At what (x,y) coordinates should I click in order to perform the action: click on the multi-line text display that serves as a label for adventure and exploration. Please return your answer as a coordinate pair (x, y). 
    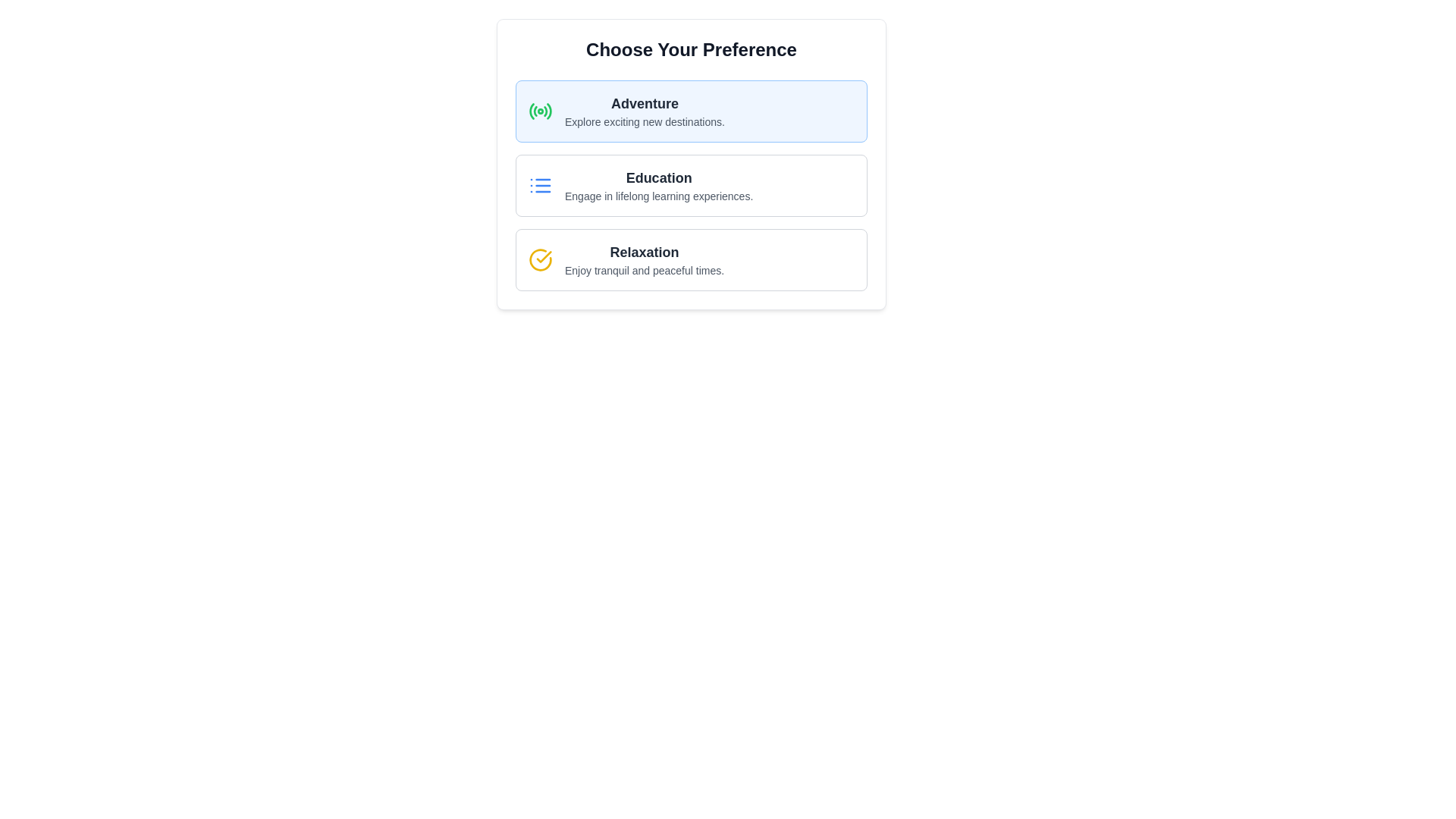
    Looking at the image, I should click on (645, 110).